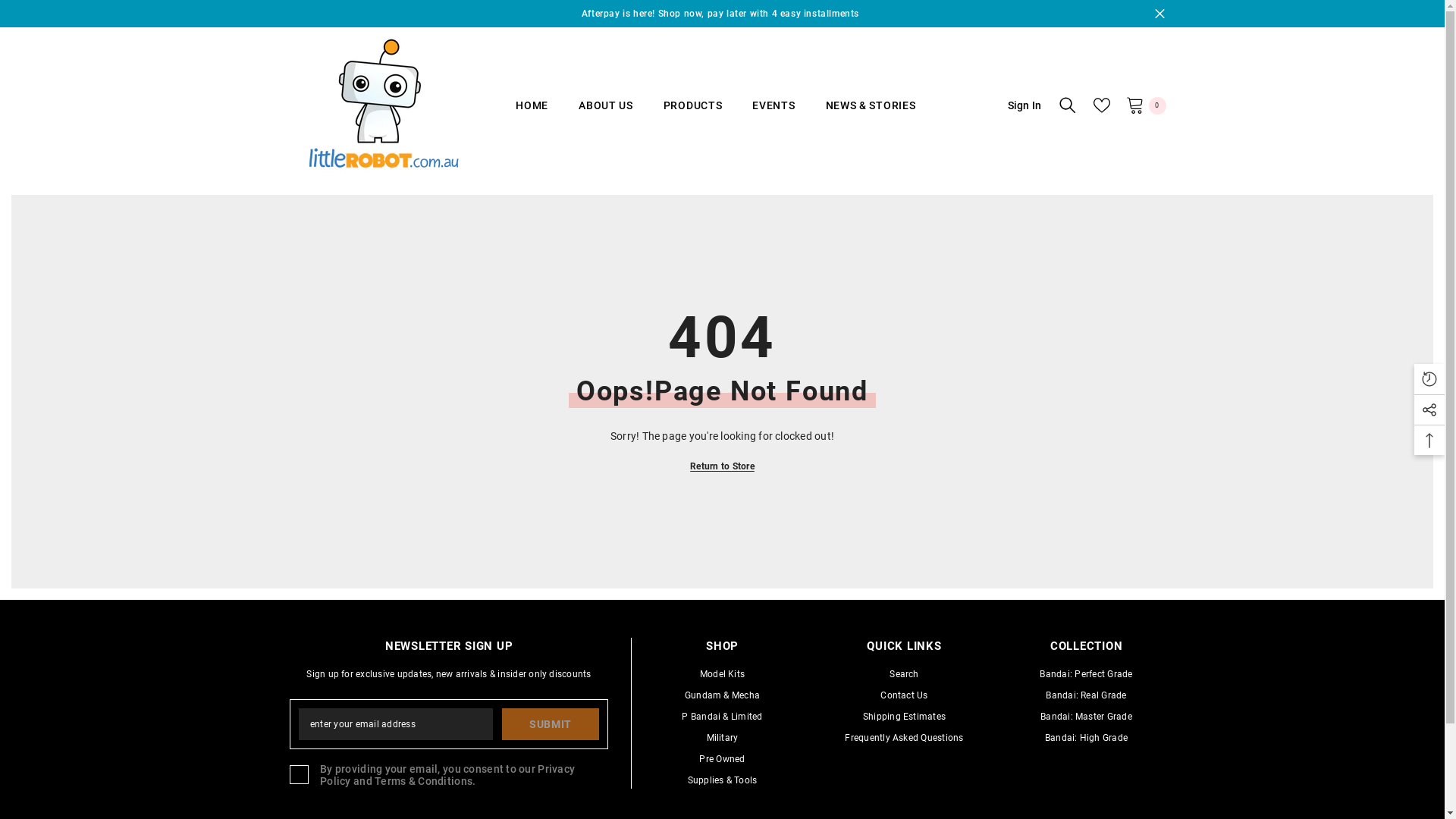  I want to click on 'Gundam & Mecha', so click(721, 695).